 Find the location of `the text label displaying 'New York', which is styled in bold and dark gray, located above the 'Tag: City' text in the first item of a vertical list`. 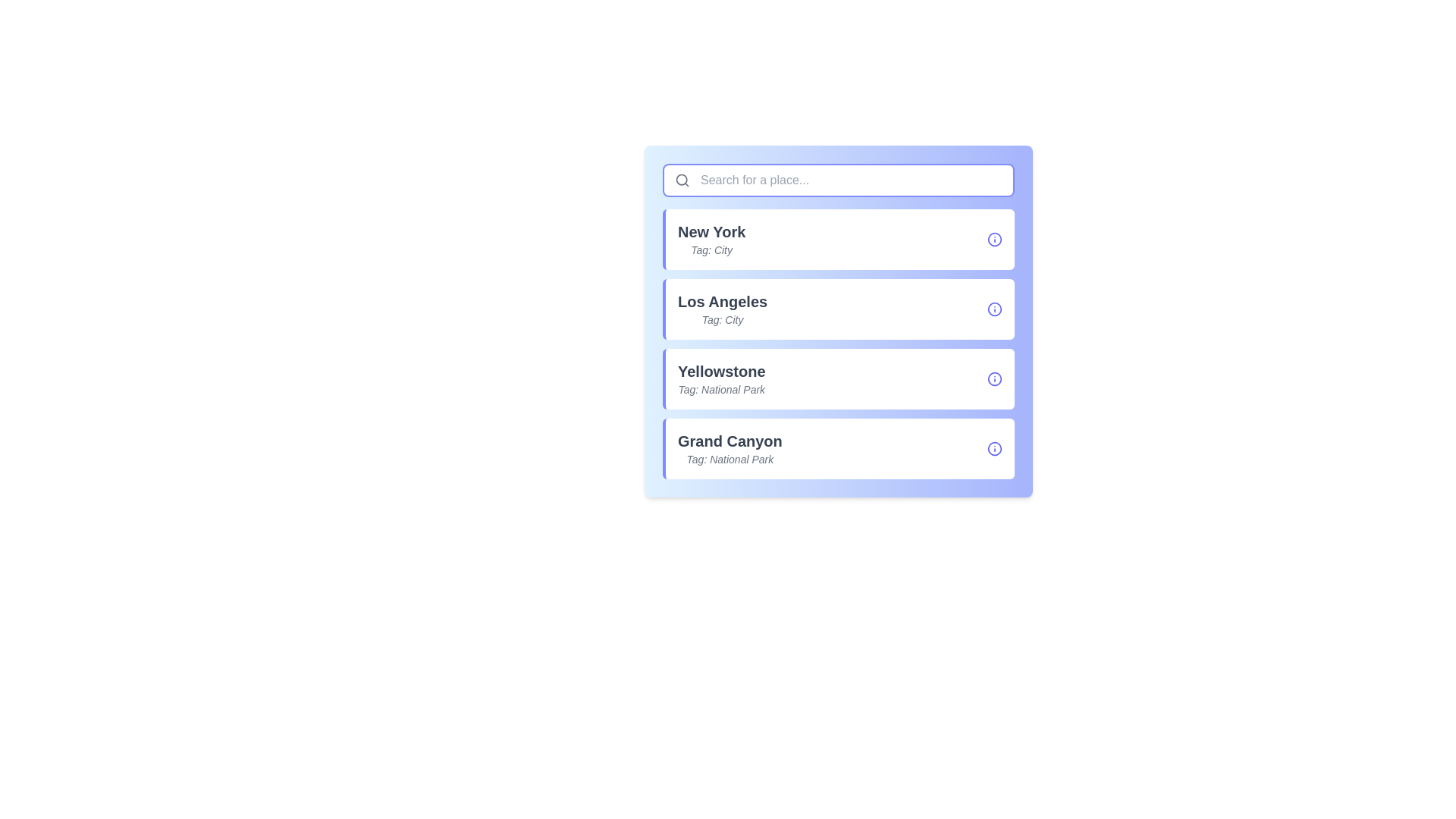

the text label displaying 'New York', which is styled in bold and dark gray, located above the 'Tag: City' text in the first item of a vertical list is located at coordinates (711, 231).